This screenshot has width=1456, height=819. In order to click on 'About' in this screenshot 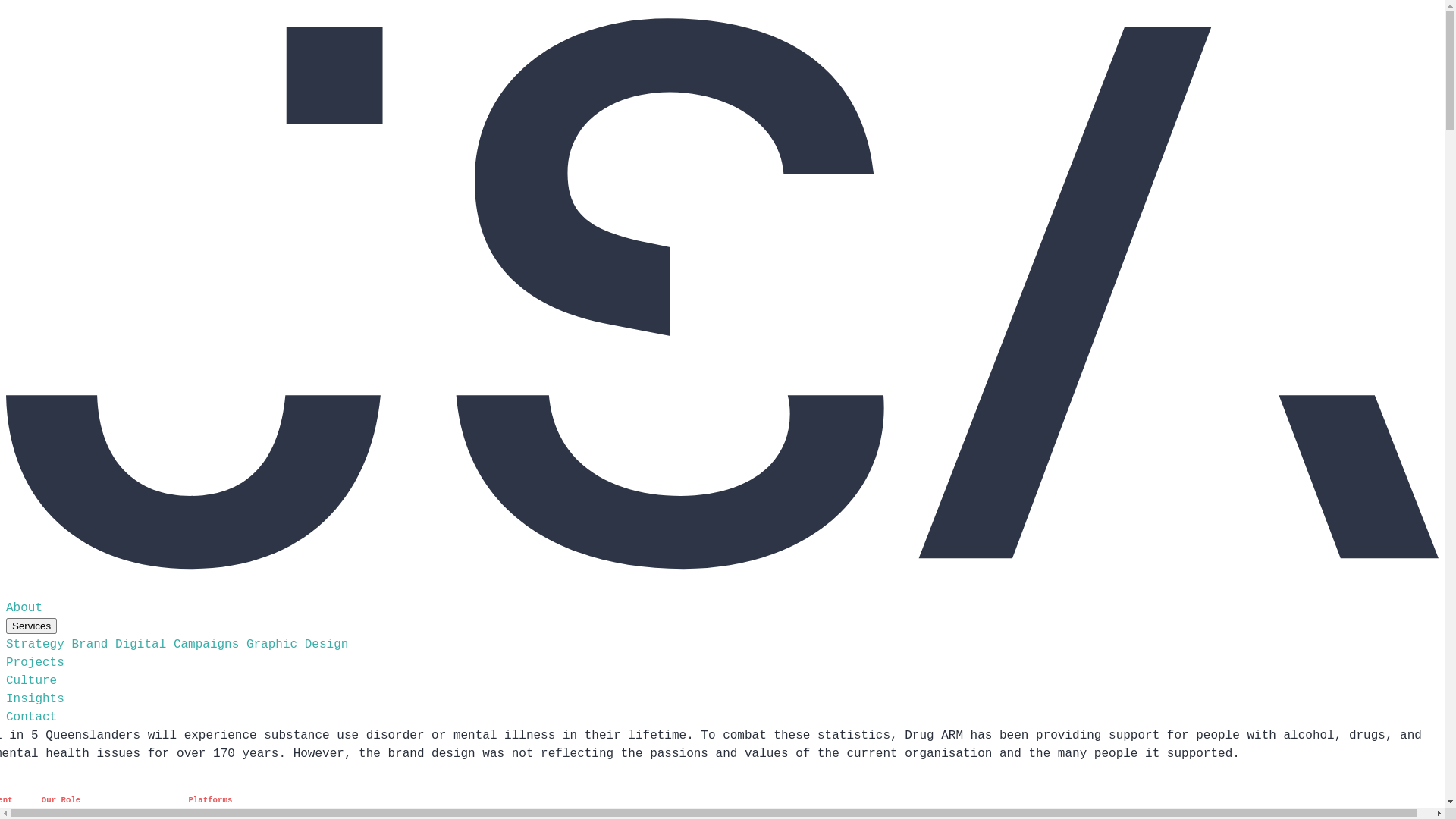, I will do `click(24, 607)`.